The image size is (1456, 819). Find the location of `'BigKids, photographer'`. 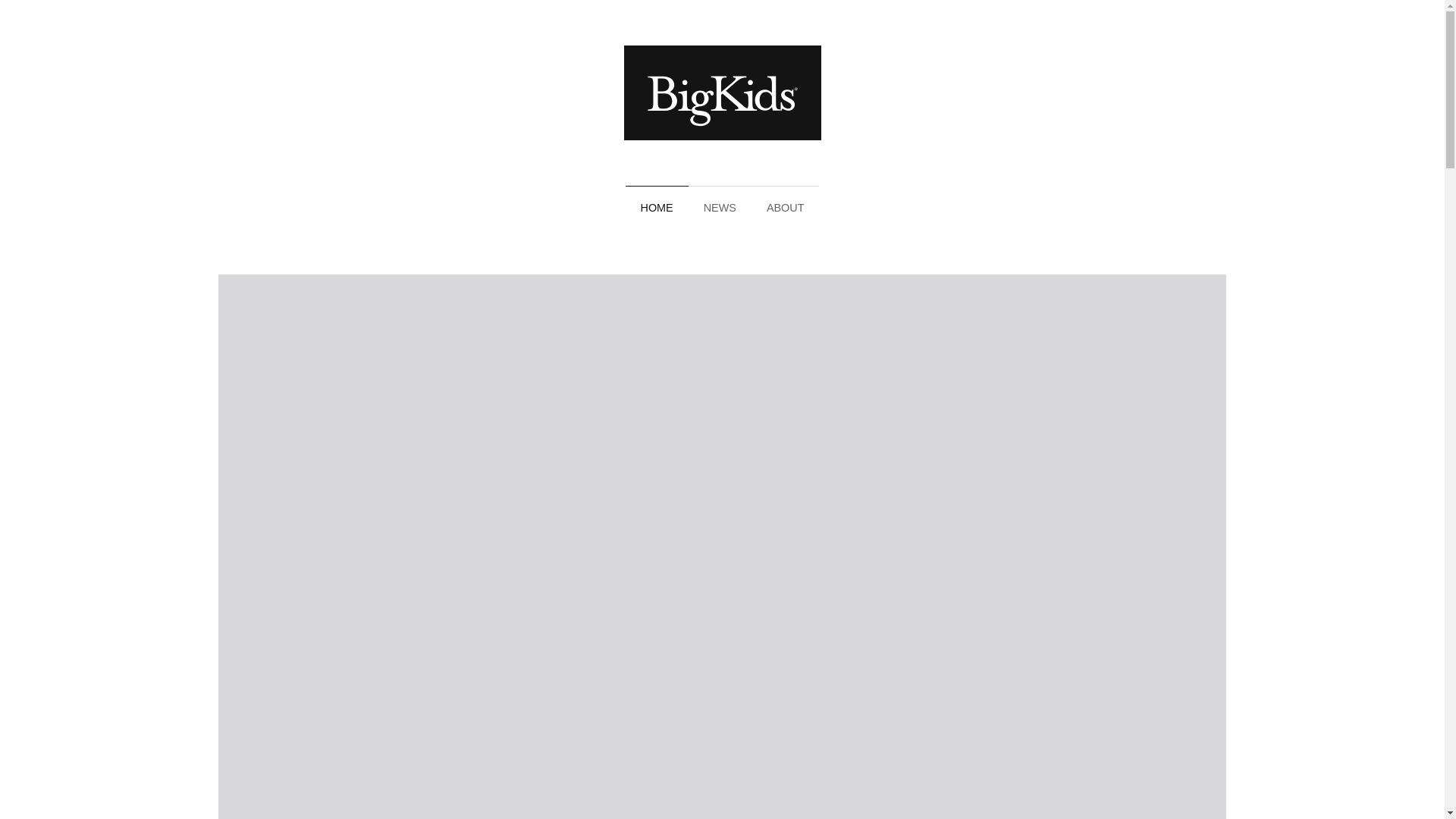

'BigKids, photographer' is located at coordinates (720, 93).